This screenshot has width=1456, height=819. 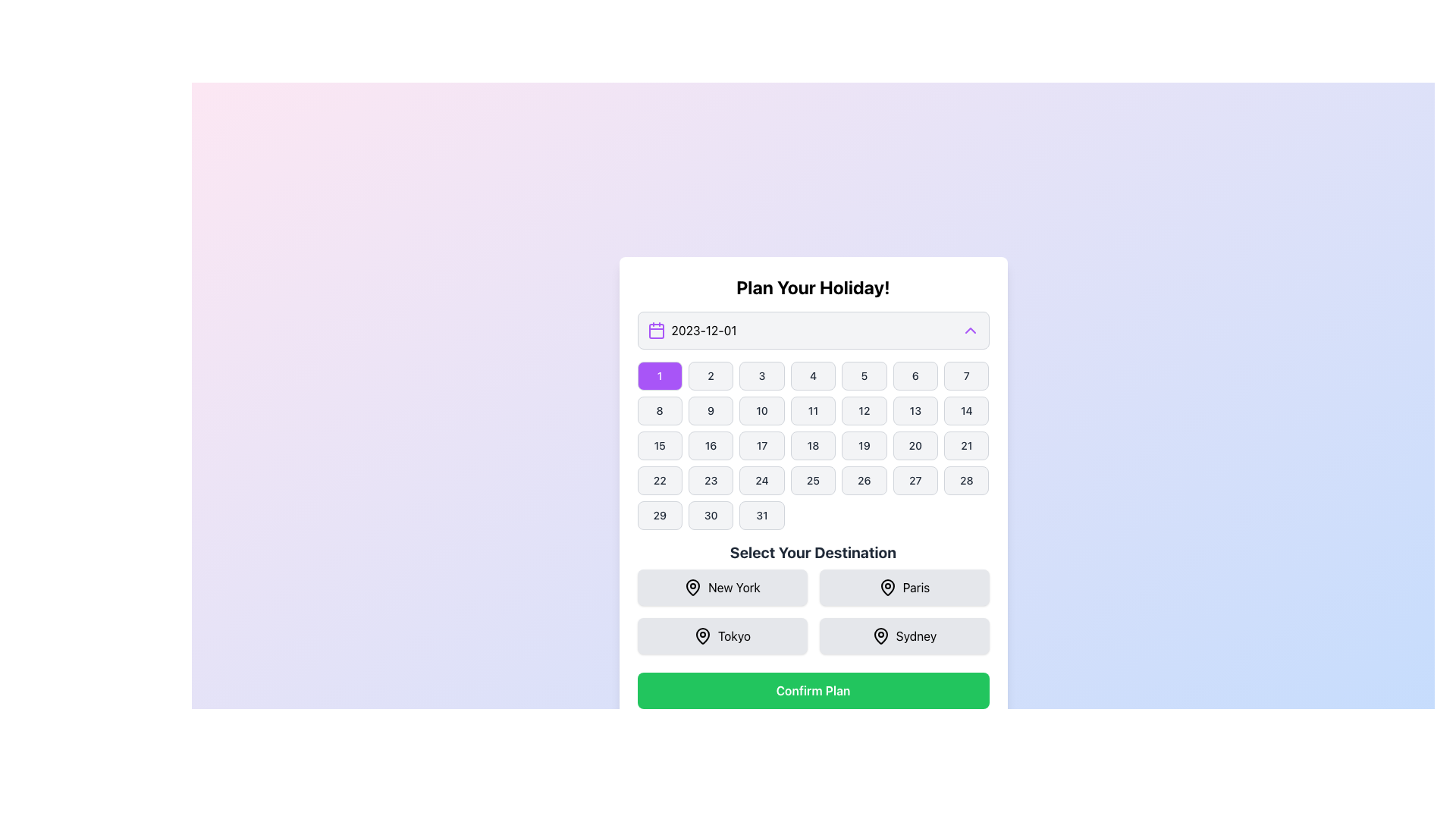 What do you see at coordinates (812, 444) in the screenshot?
I see `the button labeled '18' in the calendar grid` at bounding box center [812, 444].